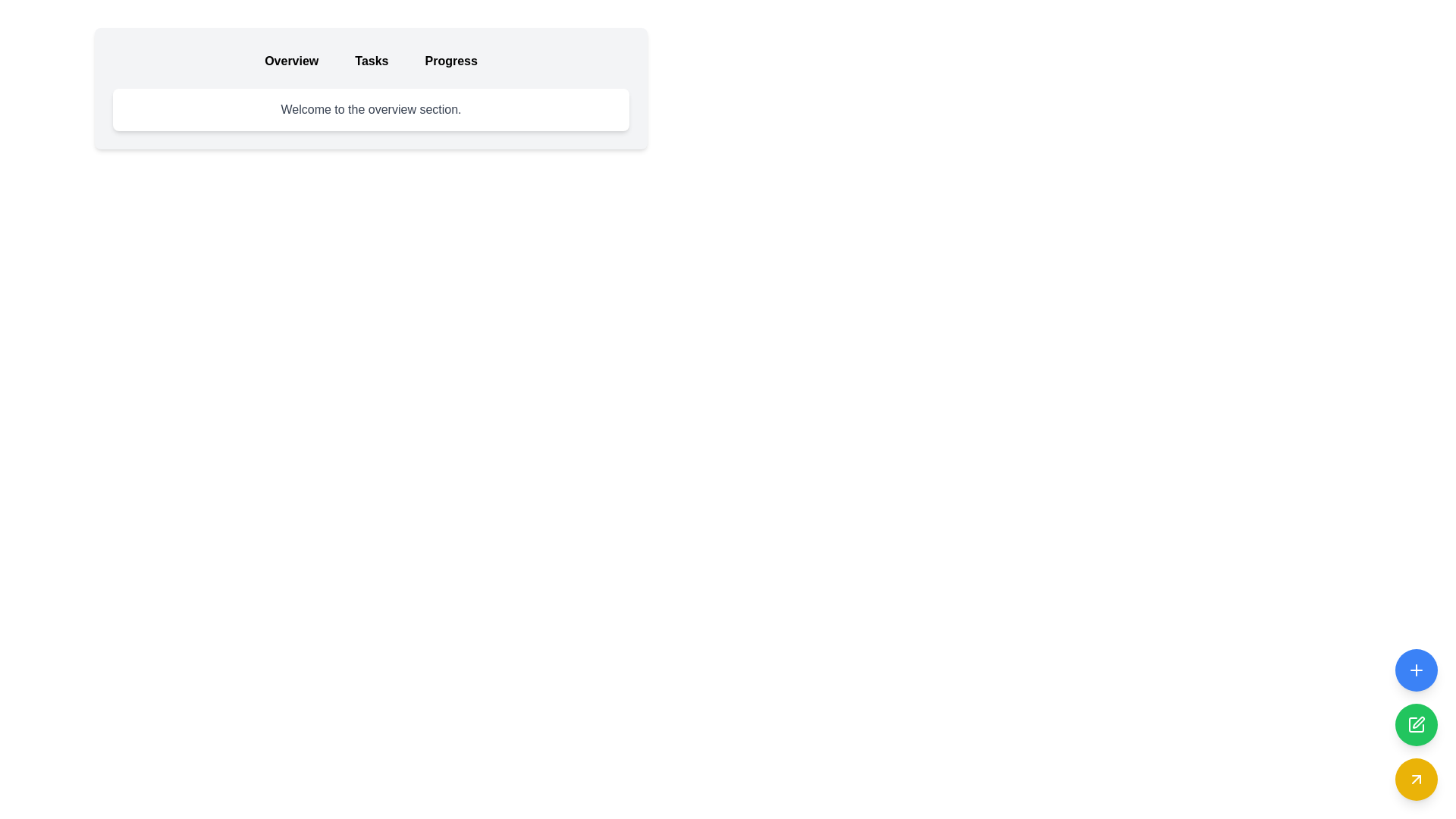 The height and width of the screenshot is (819, 1456). What do you see at coordinates (450, 61) in the screenshot?
I see `the 'Progress' navigation button, which is the third button in a horizontal group at the top of the interface, positioned to the right of the 'Tasks' button` at bounding box center [450, 61].